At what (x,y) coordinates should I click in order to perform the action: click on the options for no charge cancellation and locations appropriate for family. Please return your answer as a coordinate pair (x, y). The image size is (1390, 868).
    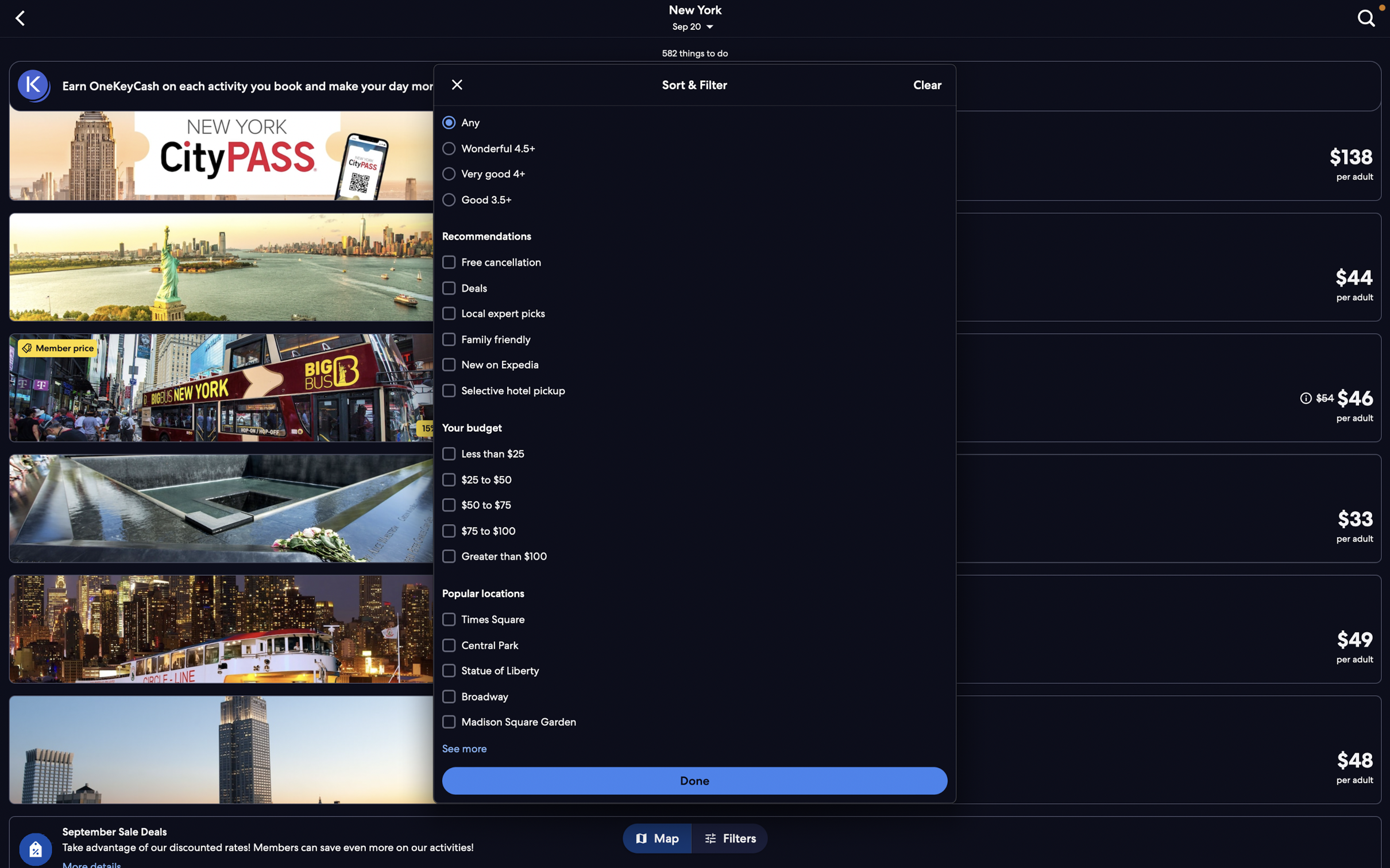
    Looking at the image, I should click on (692, 262).